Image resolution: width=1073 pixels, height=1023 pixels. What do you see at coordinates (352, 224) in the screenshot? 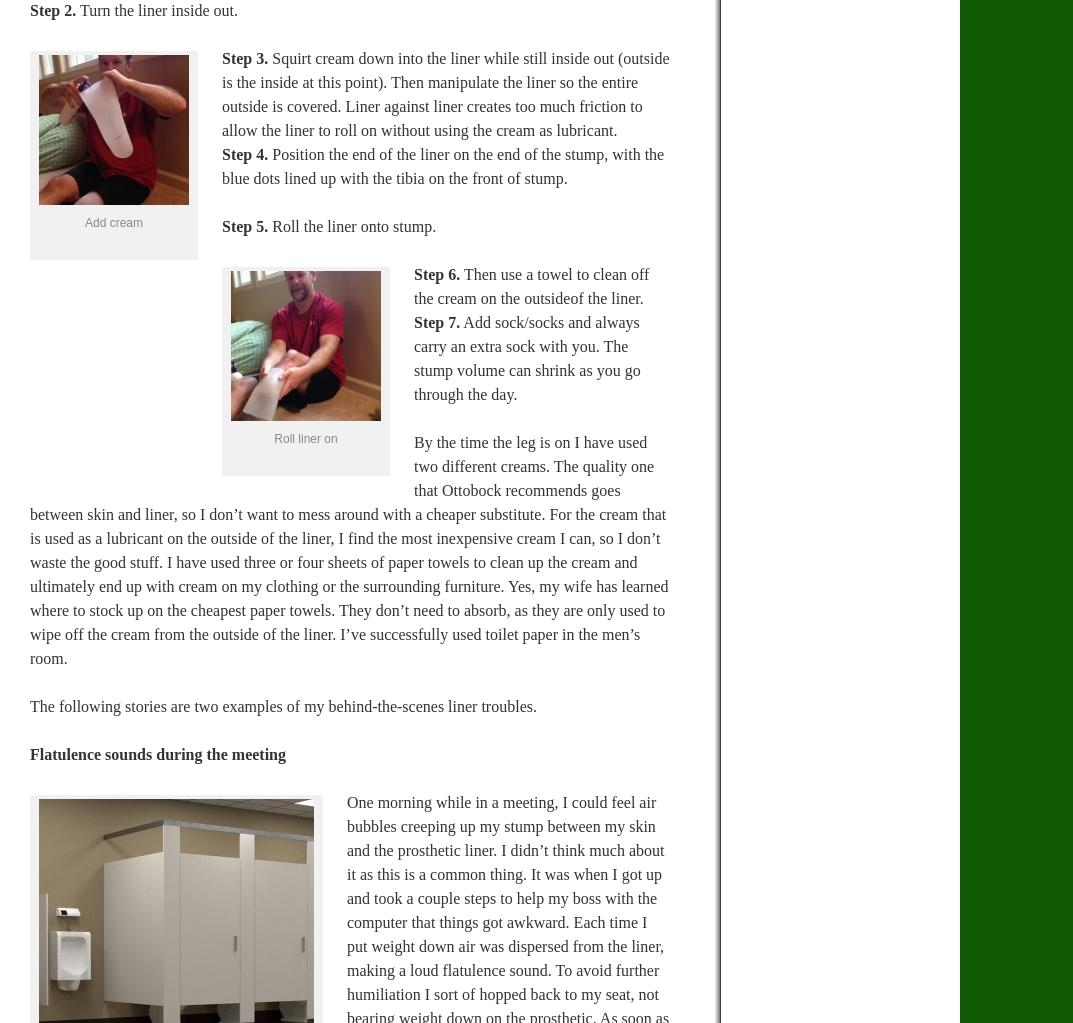
I see `'Roll the liner onto stump.'` at bounding box center [352, 224].